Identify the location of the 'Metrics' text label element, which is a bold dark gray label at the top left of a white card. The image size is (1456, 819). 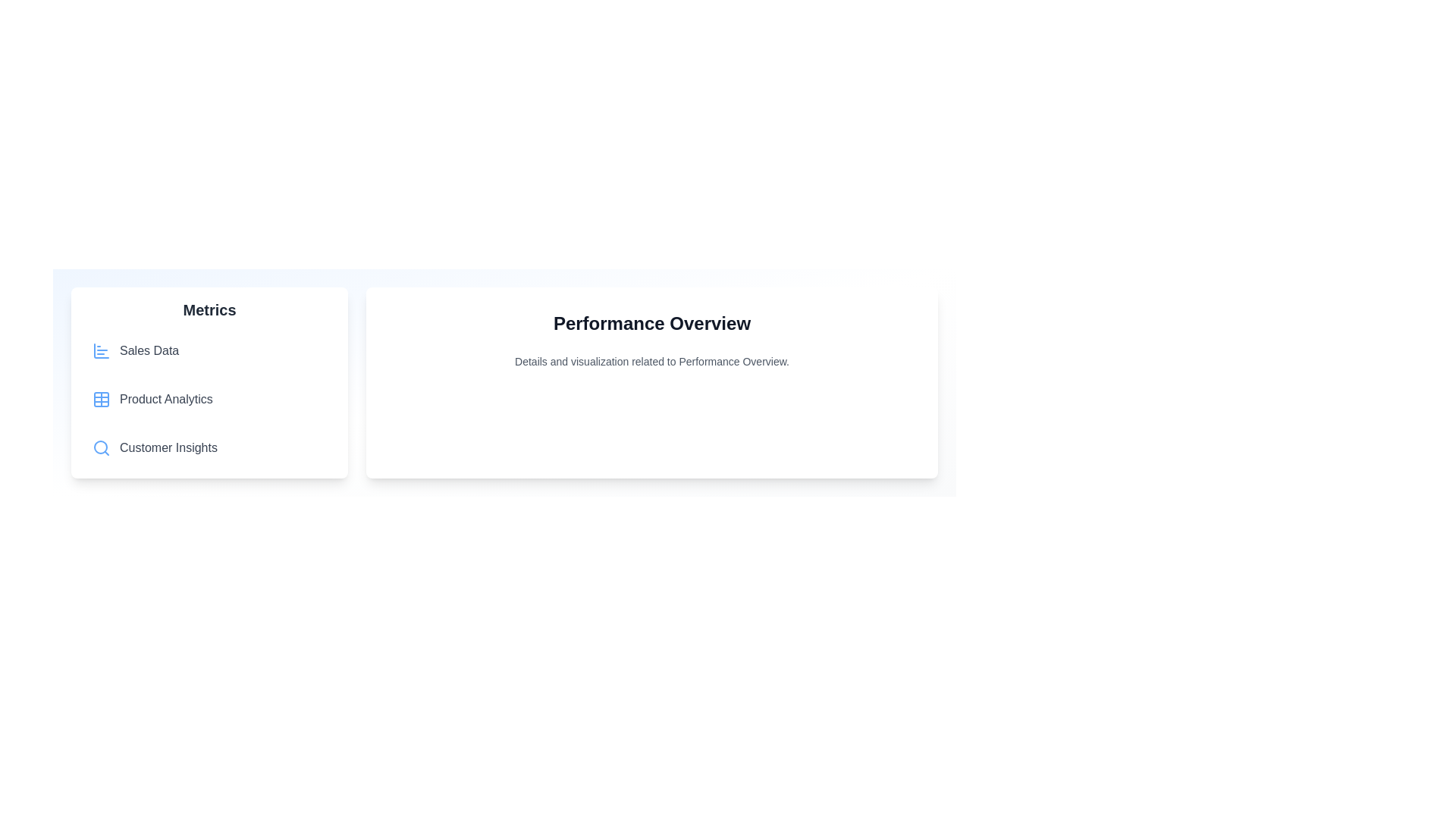
(209, 309).